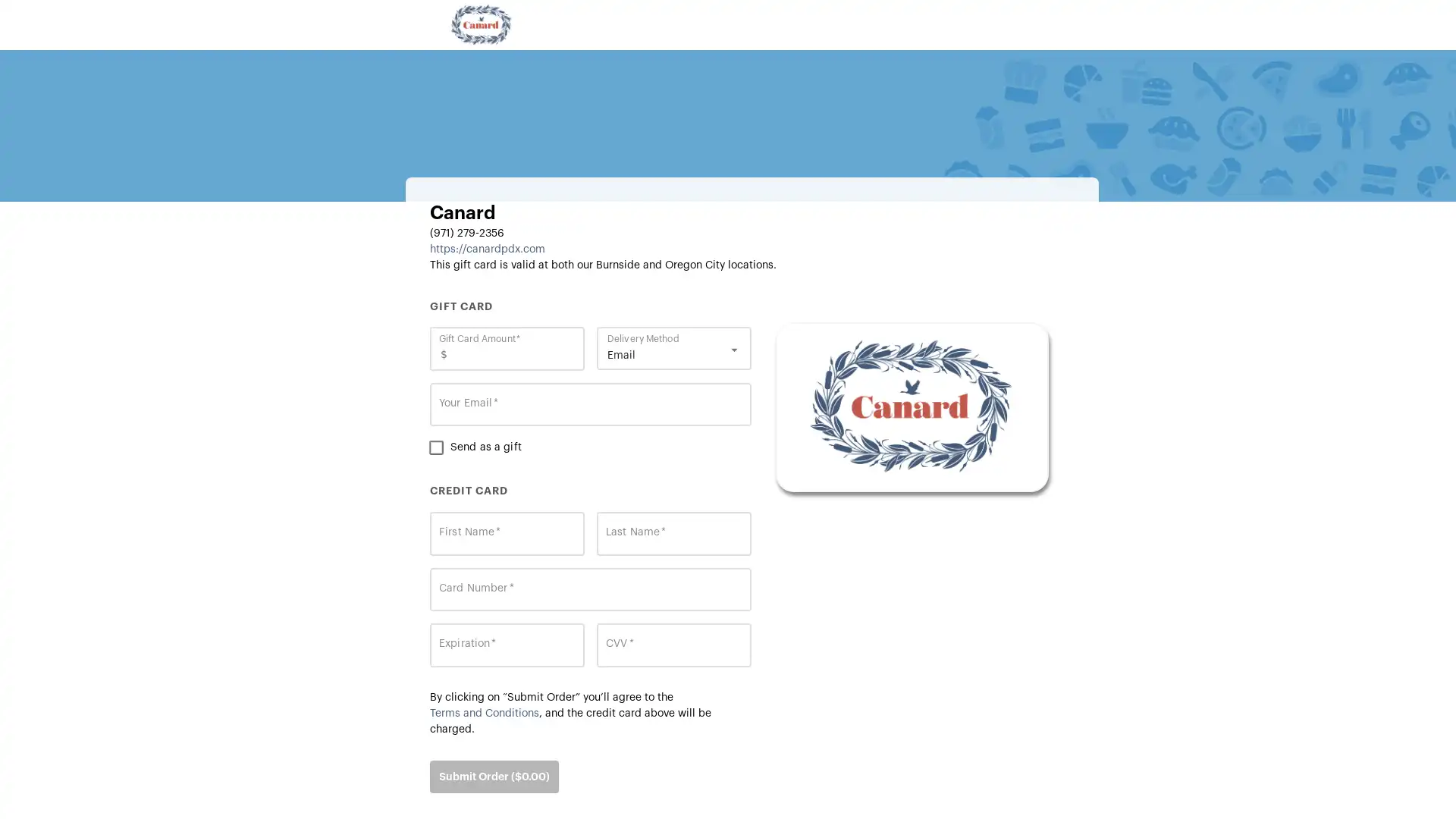 This screenshot has width=1456, height=819. I want to click on Email, so click(677, 355).